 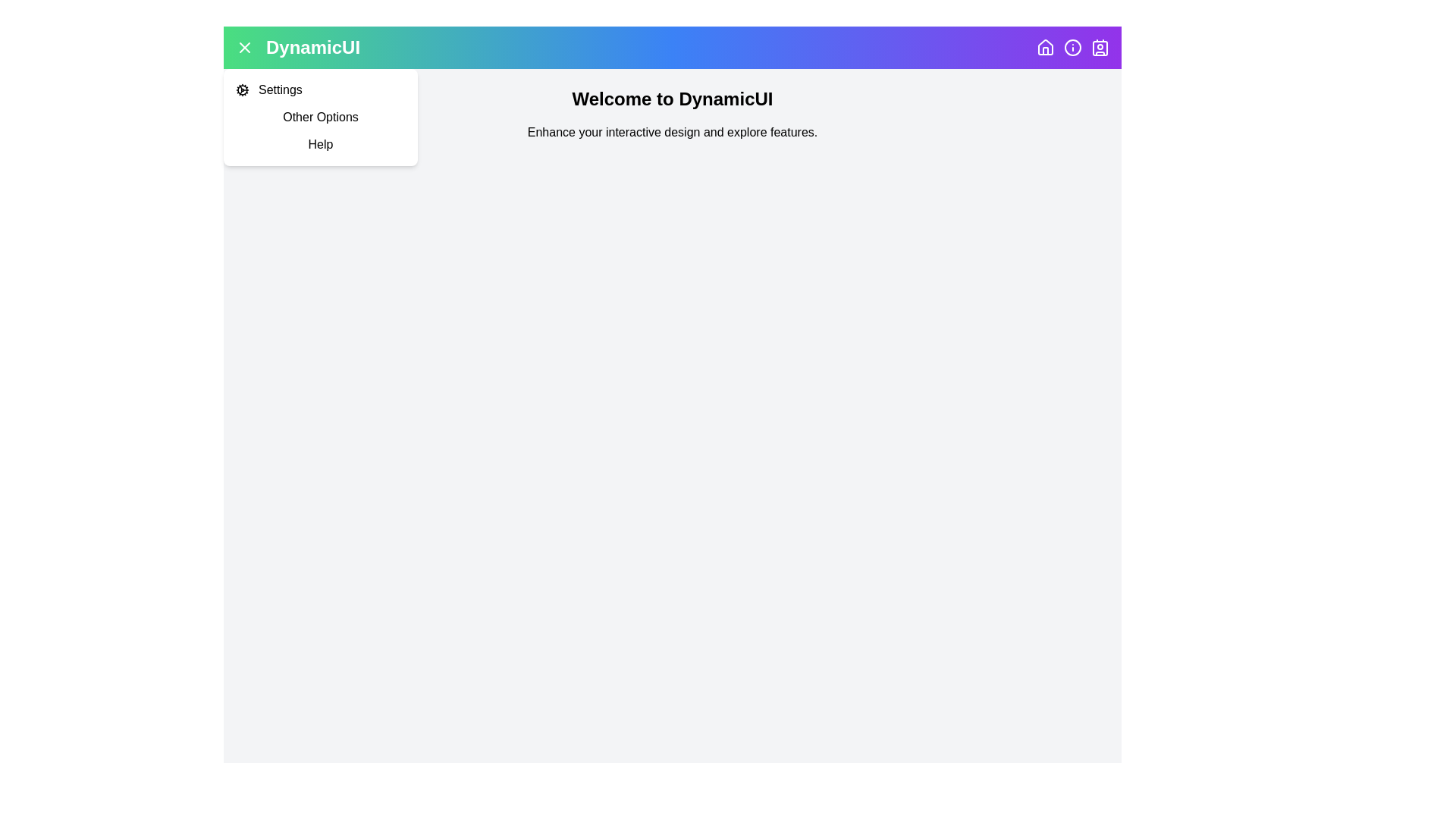 What do you see at coordinates (1100, 46) in the screenshot?
I see `the icon button located in the upper-right corner of the interface` at bounding box center [1100, 46].